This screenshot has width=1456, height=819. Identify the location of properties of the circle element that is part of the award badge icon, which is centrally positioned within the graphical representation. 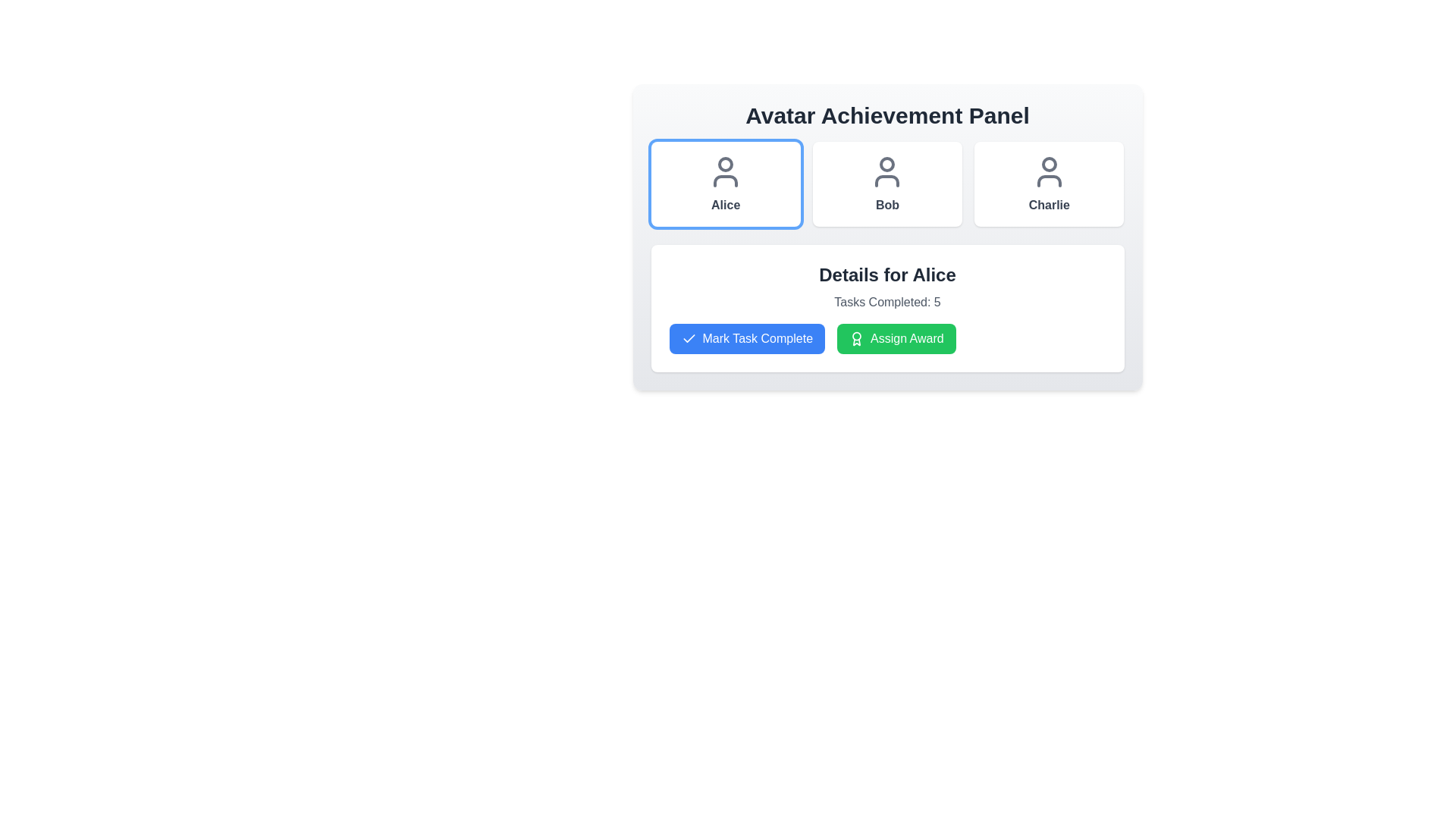
(857, 335).